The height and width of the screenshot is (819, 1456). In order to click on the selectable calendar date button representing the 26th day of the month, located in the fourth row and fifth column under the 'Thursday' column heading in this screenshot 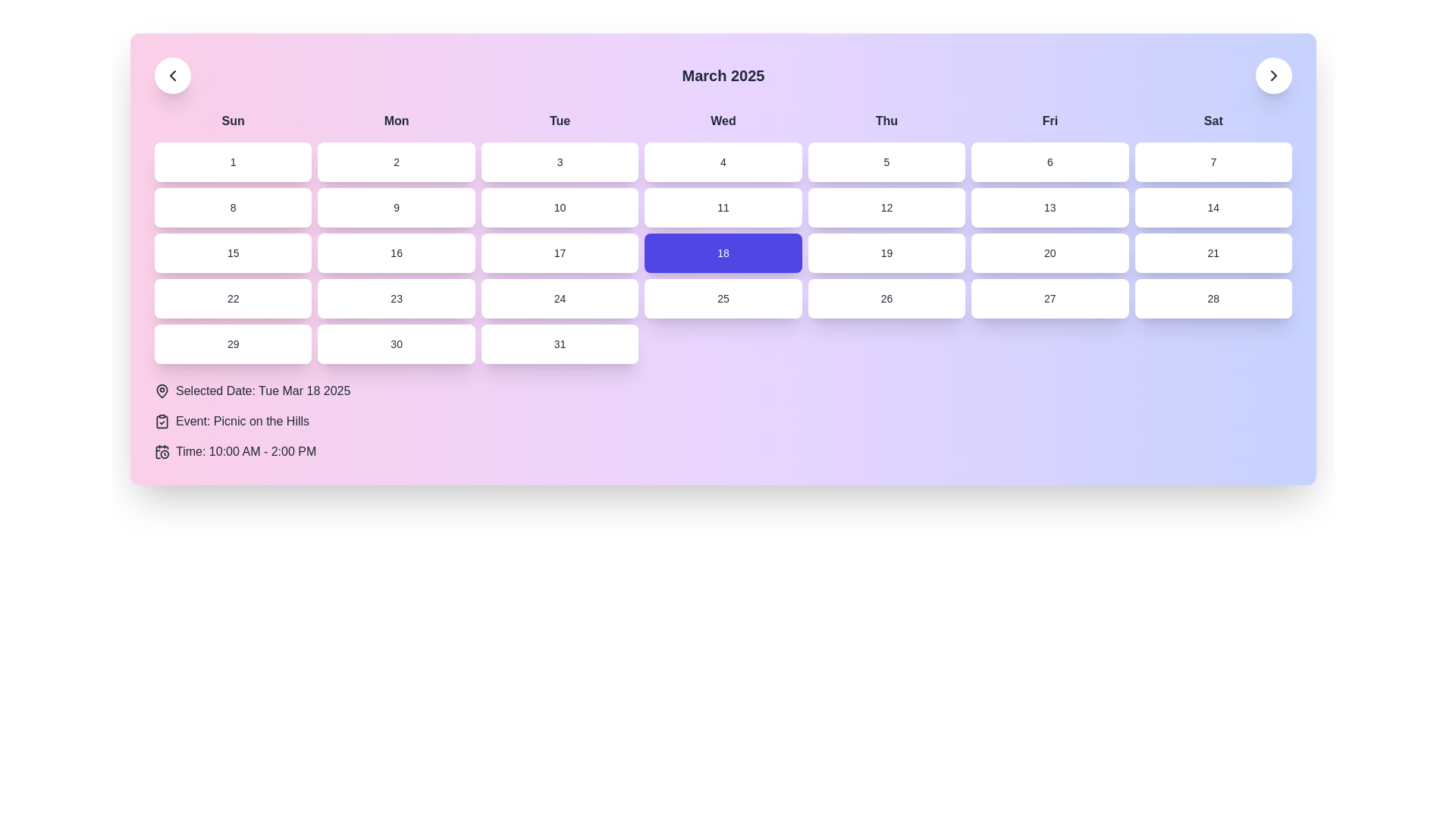, I will do `click(886, 298)`.